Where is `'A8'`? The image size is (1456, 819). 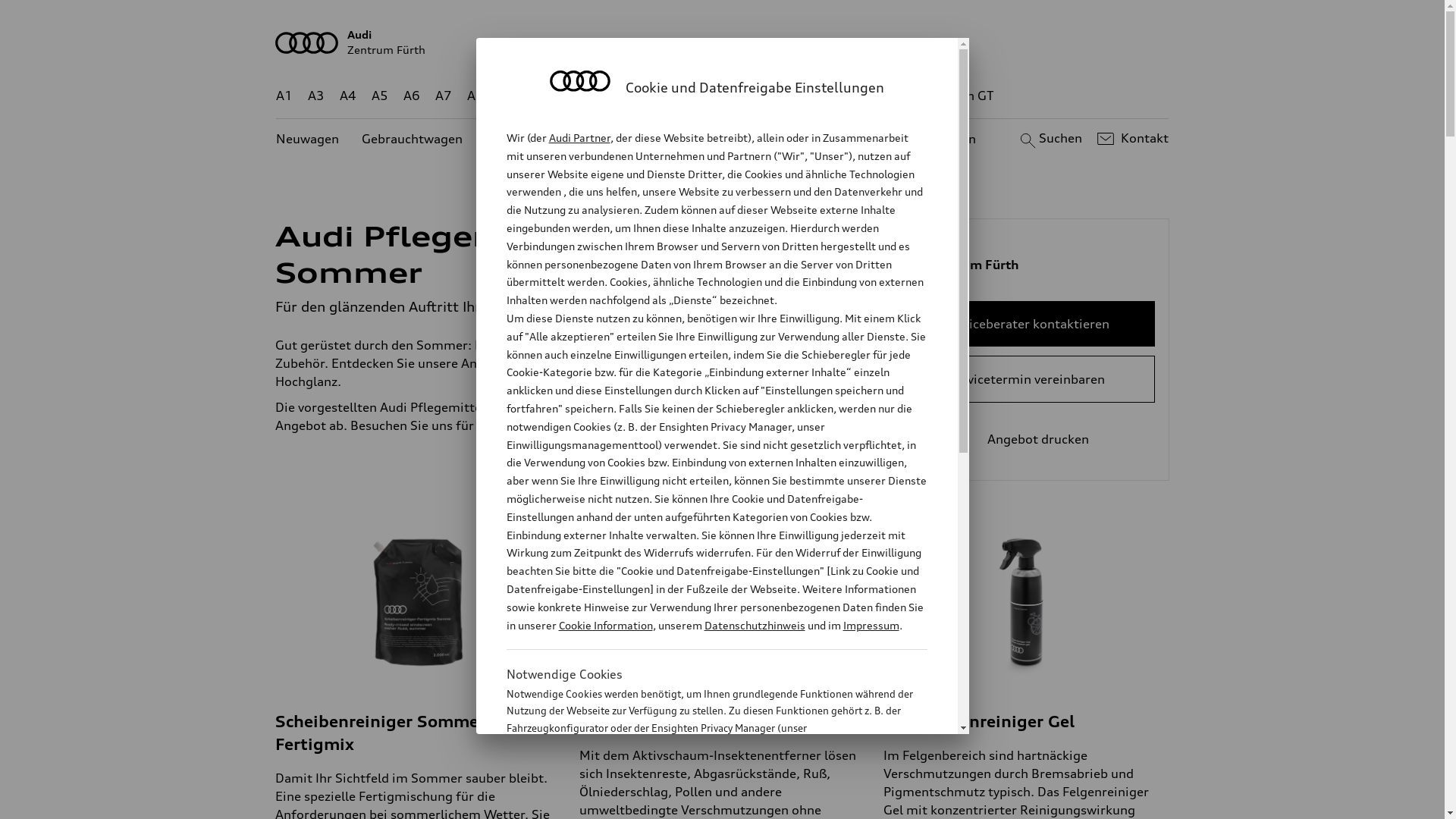 'A8' is located at coordinates (475, 96).